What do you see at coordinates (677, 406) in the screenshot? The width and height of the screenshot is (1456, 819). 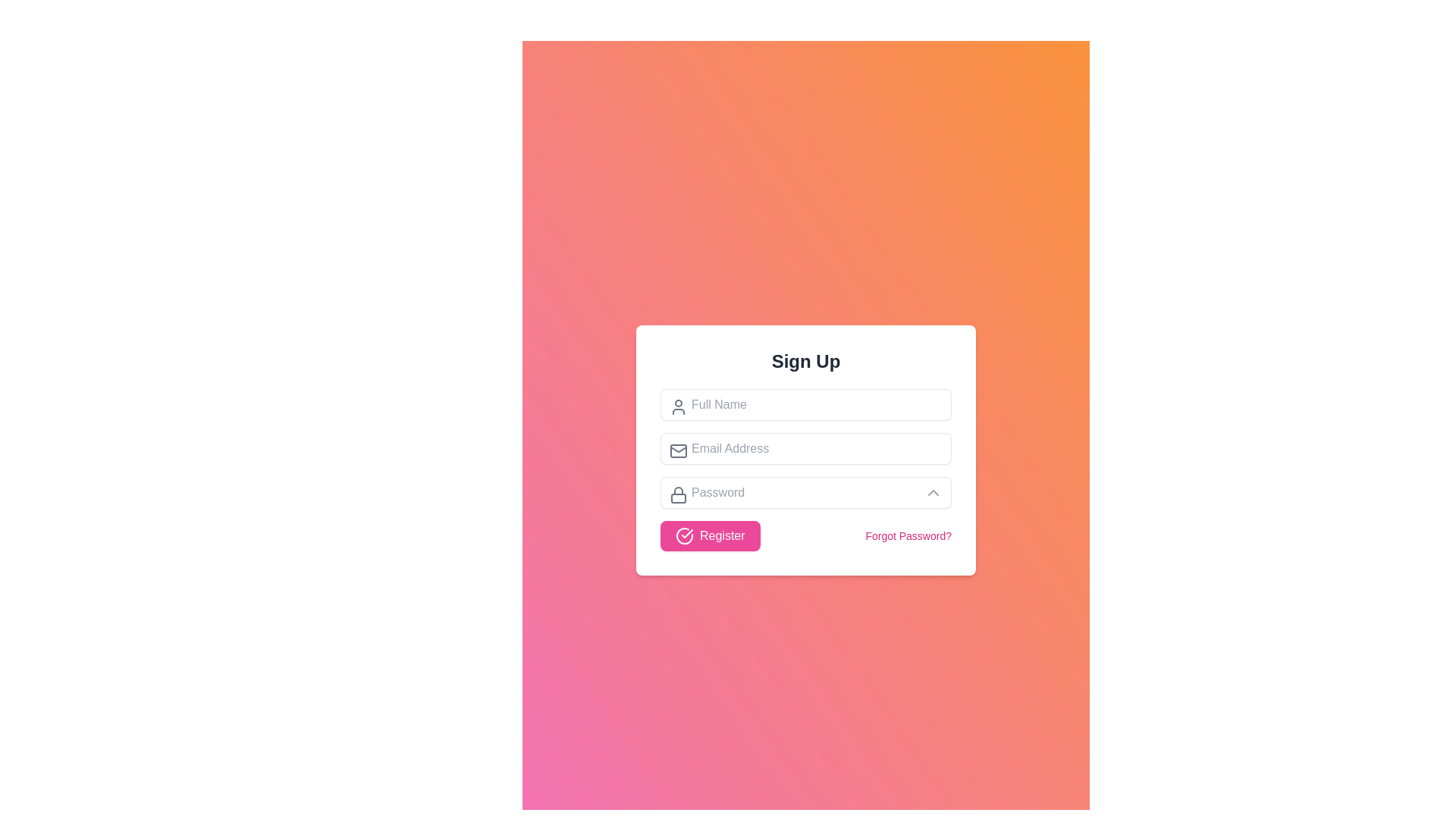 I see `the SVG Icon that serves as a visual label for the adjacent input field labeled 'Full Name', located to the left of the input box` at bounding box center [677, 406].